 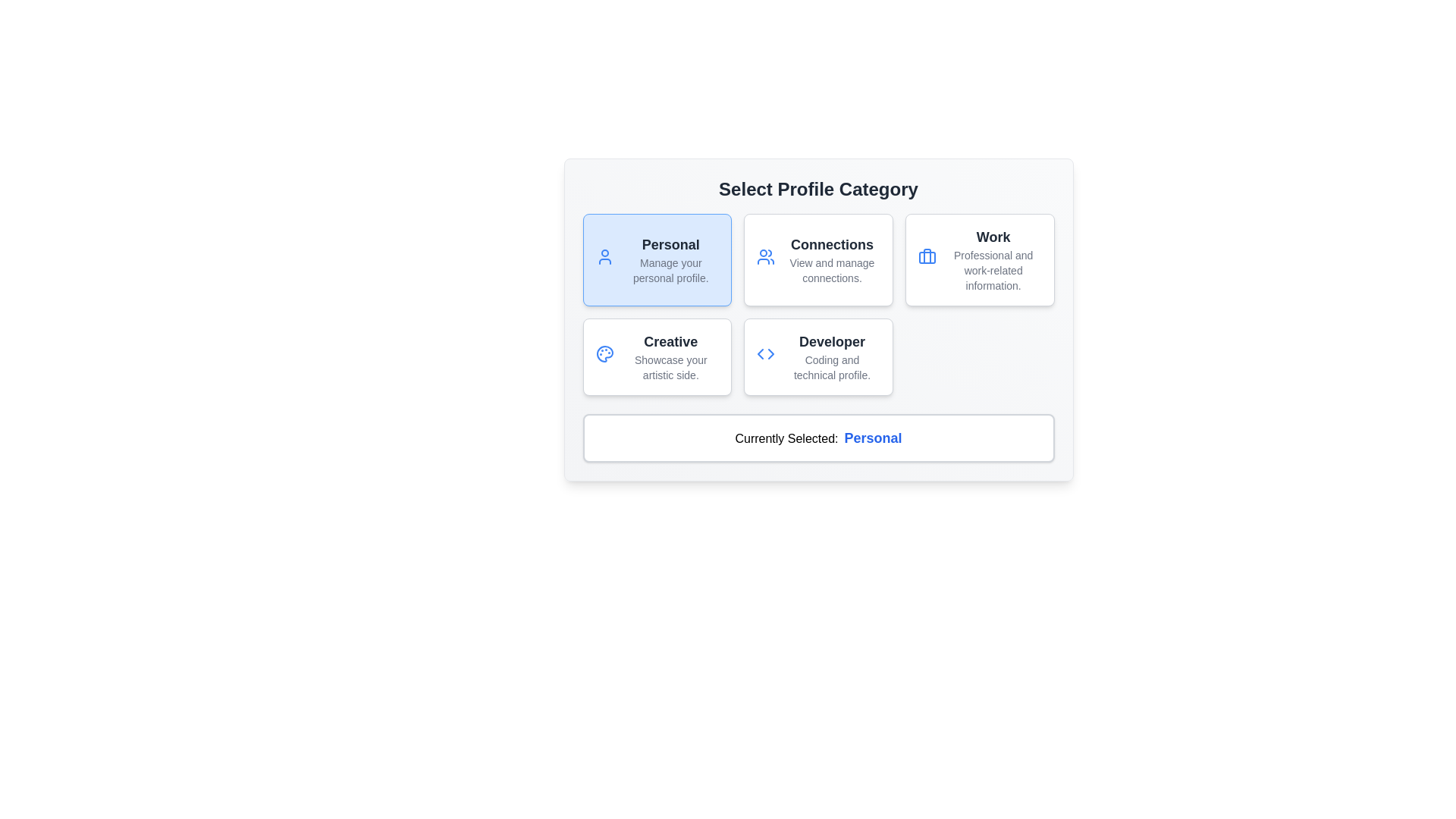 What do you see at coordinates (657, 356) in the screenshot?
I see `the 'Creative' Card button` at bounding box center [657, 356].